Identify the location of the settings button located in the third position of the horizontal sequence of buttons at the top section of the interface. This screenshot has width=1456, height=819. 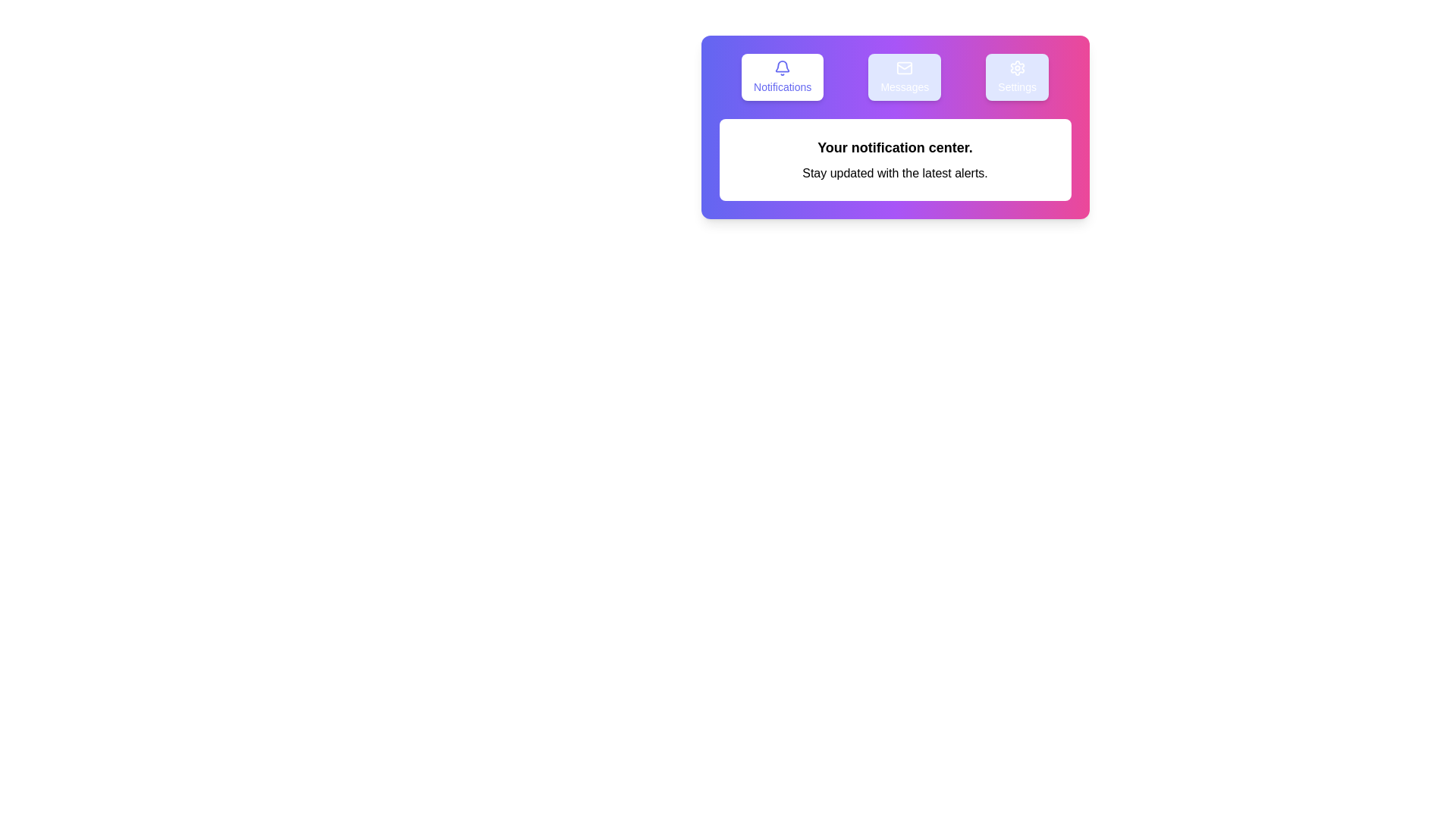
(1017, 77).